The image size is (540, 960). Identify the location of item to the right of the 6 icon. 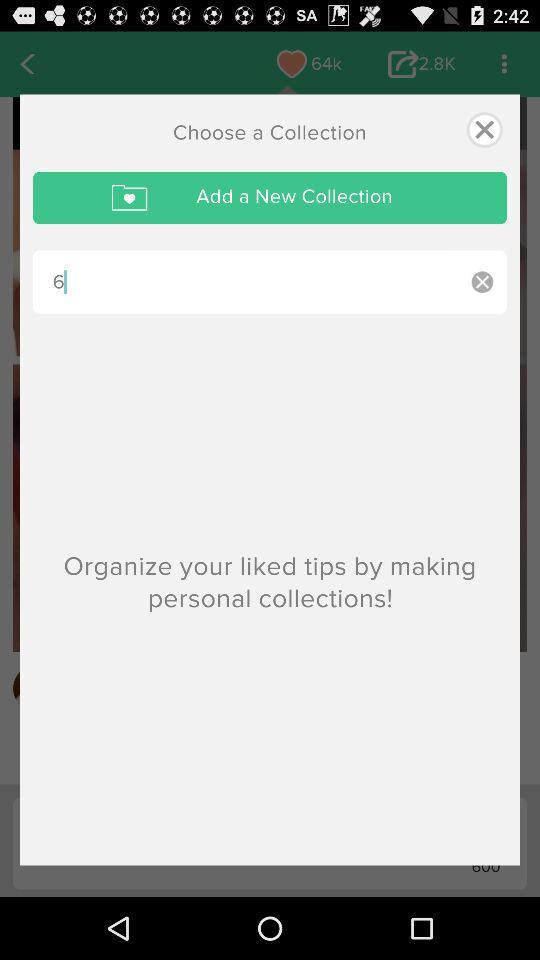
(481, 281).